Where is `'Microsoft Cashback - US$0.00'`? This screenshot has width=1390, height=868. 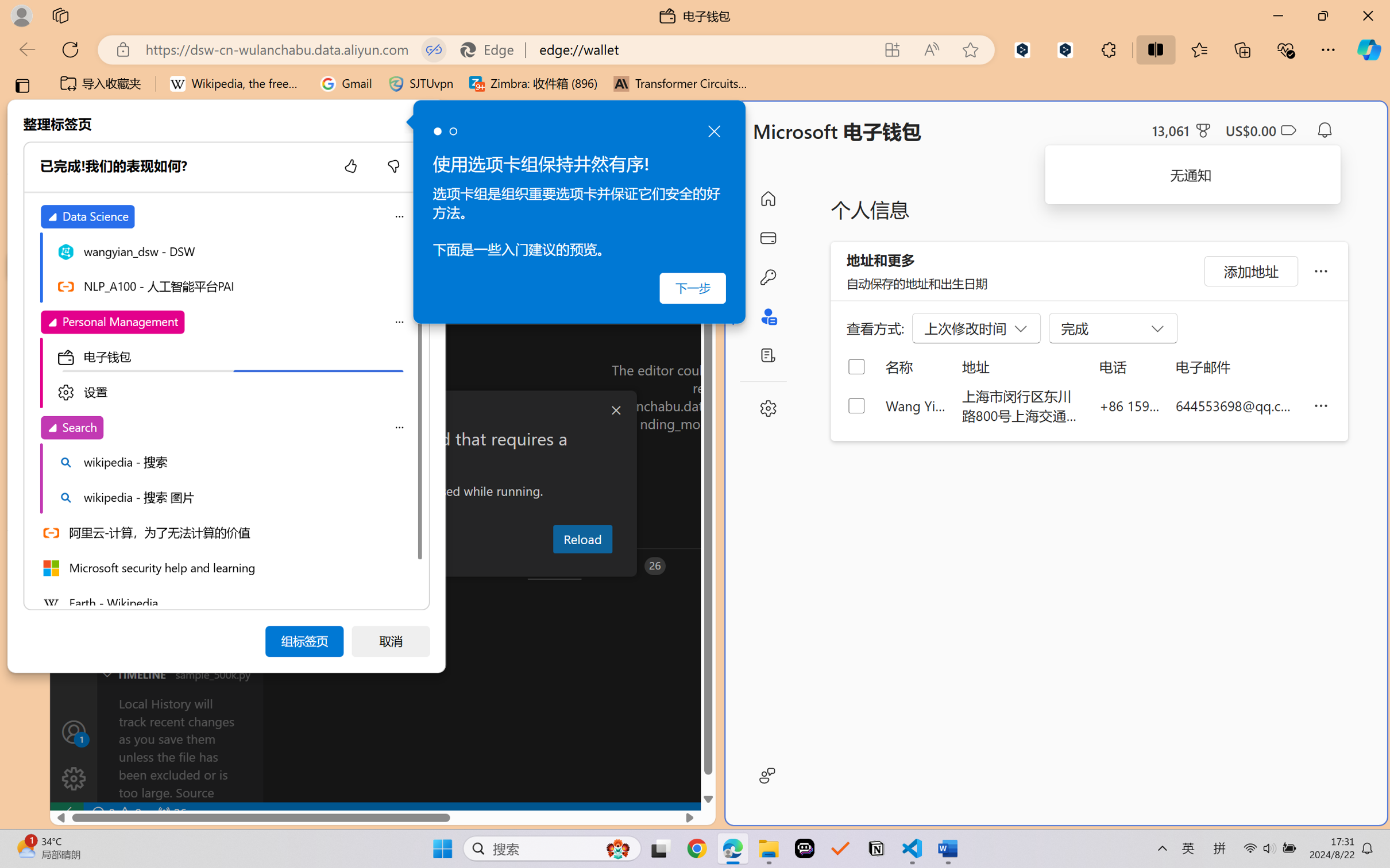 'Microsoft Cashback - US$0.00' is located at coordinates (1260, 130).